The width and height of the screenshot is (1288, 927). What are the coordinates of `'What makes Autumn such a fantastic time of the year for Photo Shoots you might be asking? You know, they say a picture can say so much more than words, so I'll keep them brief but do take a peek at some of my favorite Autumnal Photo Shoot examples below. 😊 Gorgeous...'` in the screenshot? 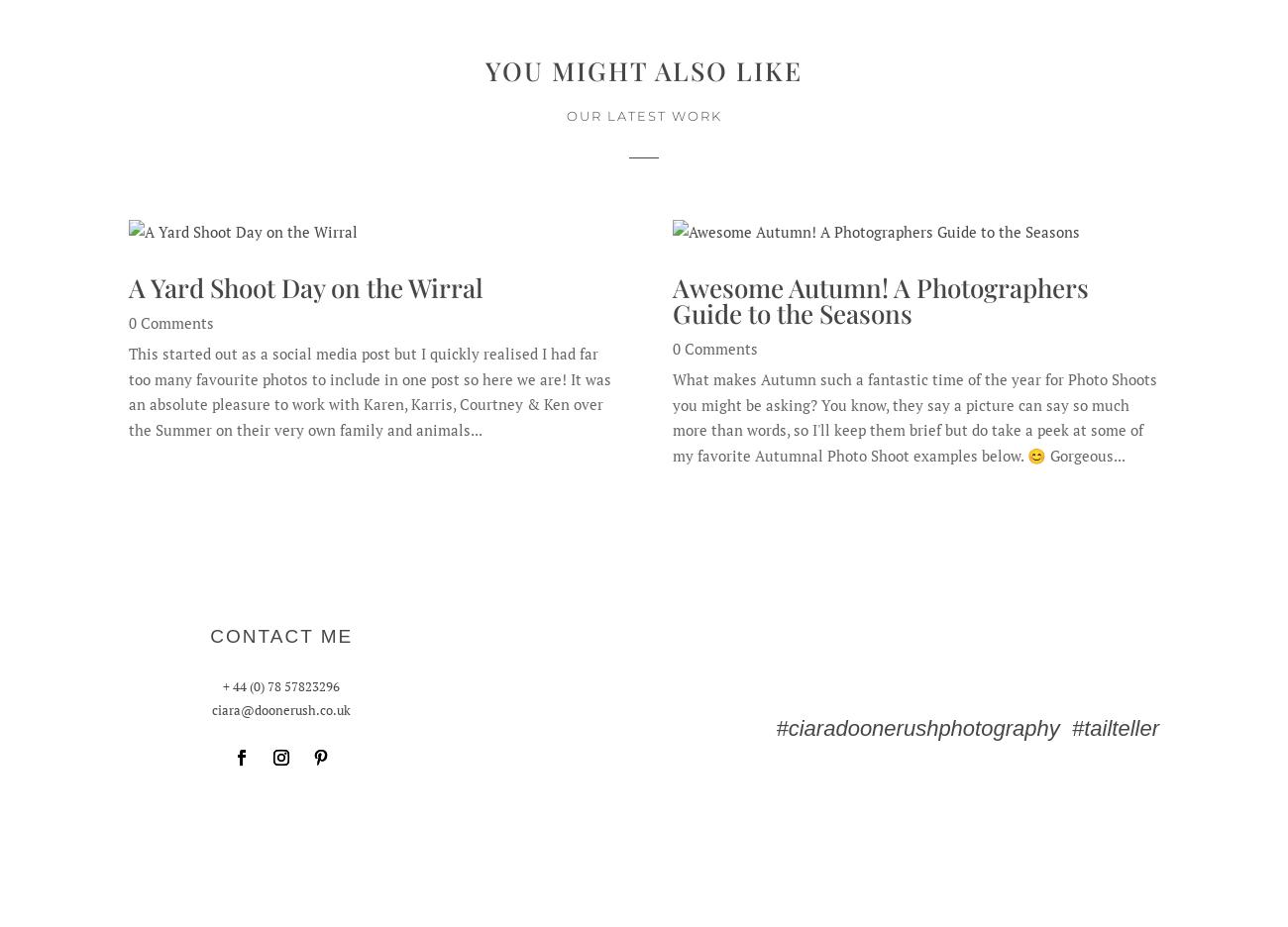 It's located at (913, 416).